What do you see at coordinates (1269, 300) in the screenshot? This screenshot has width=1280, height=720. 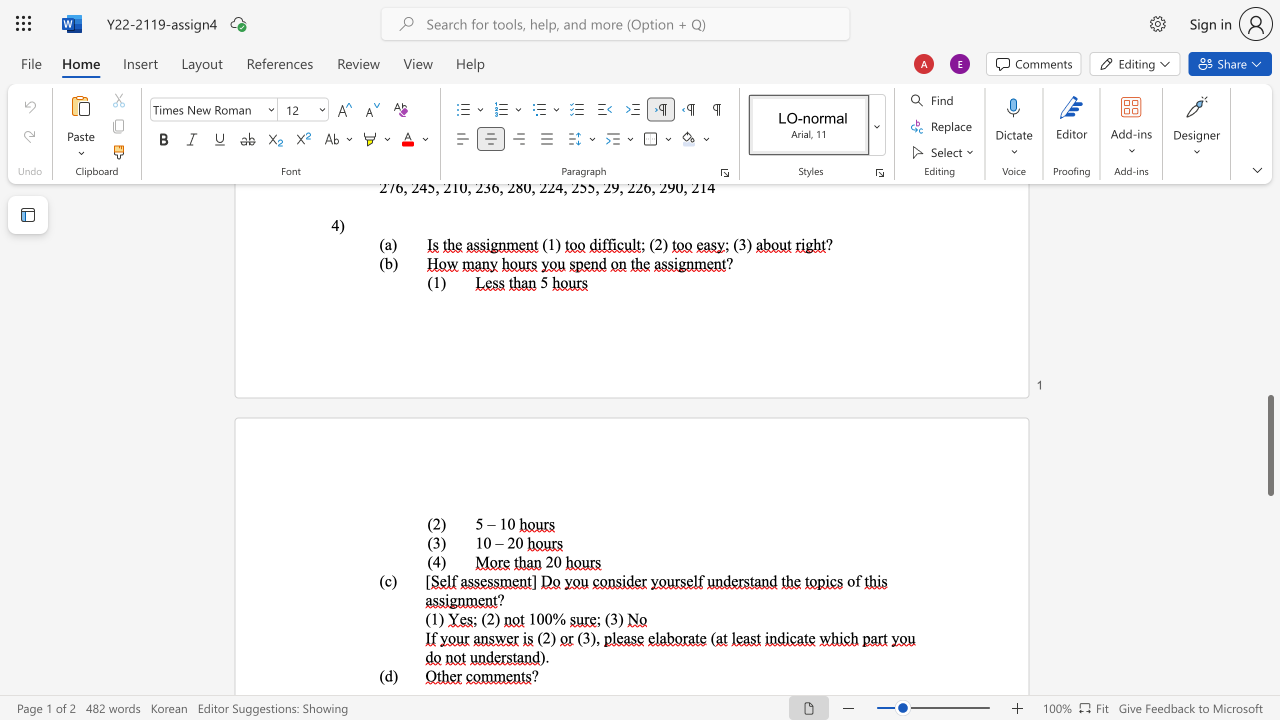 I see `the scrollbar to move the page up` at bounding box center [1269, 300].